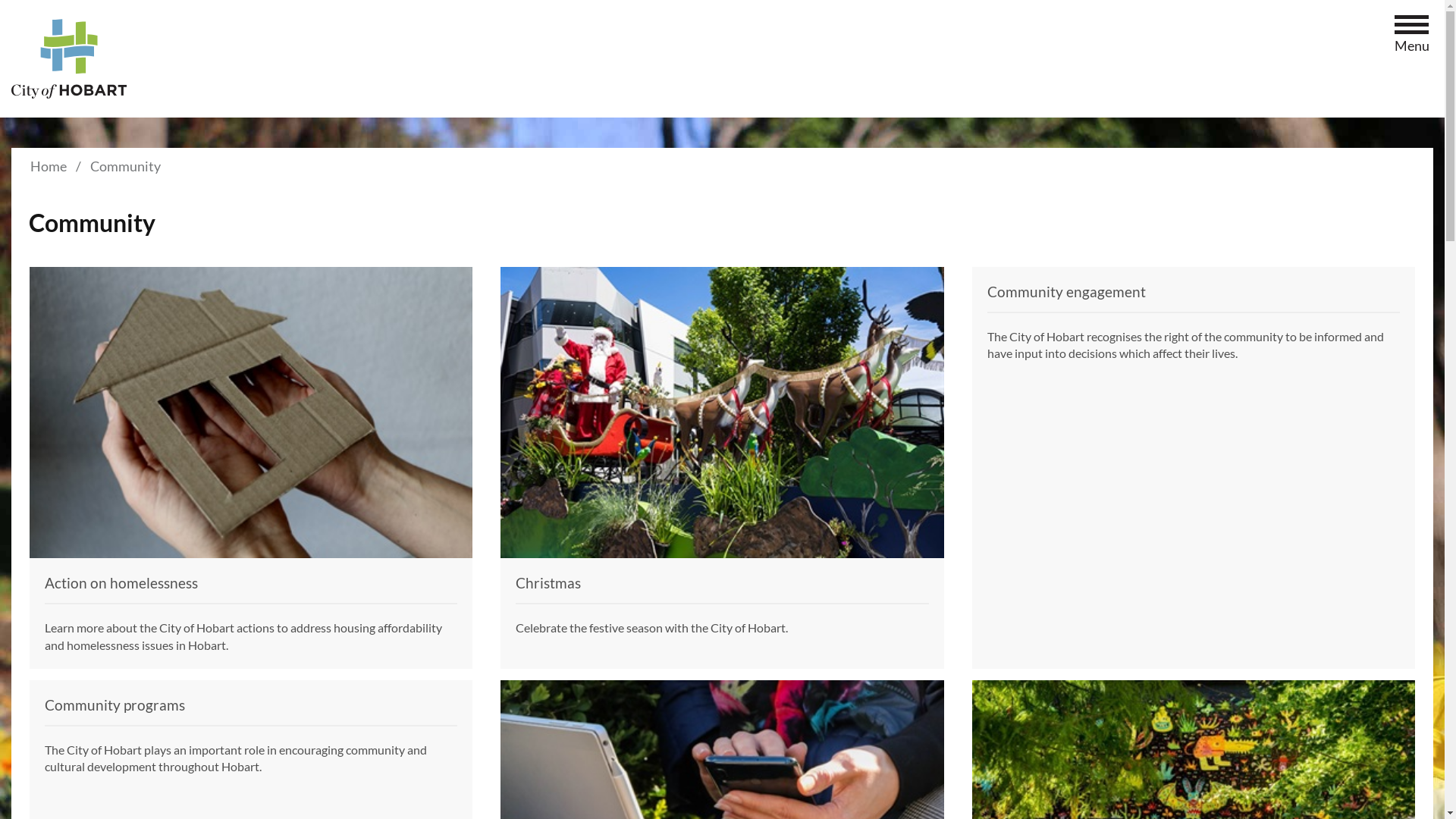 The height and width of the screenshot is (819, 1456). Describe the element at coordinates (1411, 27) in the screenshot. I see `'Open` at that location.